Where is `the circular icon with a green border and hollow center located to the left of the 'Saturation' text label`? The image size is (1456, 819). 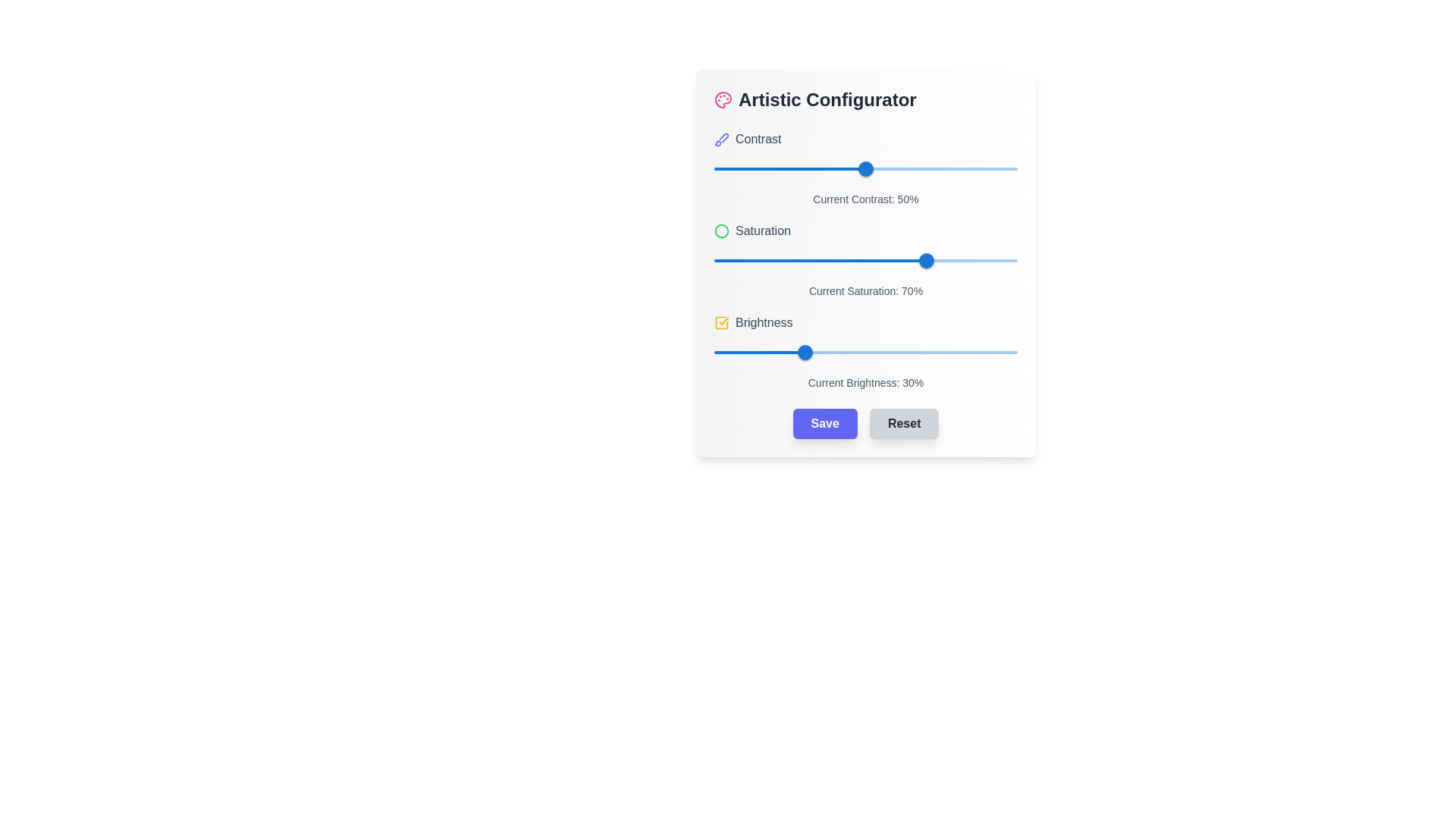 the circular icon with a green border and hollow center located to the left of the 'Saturation' text label is located at coordinates (720, 231).